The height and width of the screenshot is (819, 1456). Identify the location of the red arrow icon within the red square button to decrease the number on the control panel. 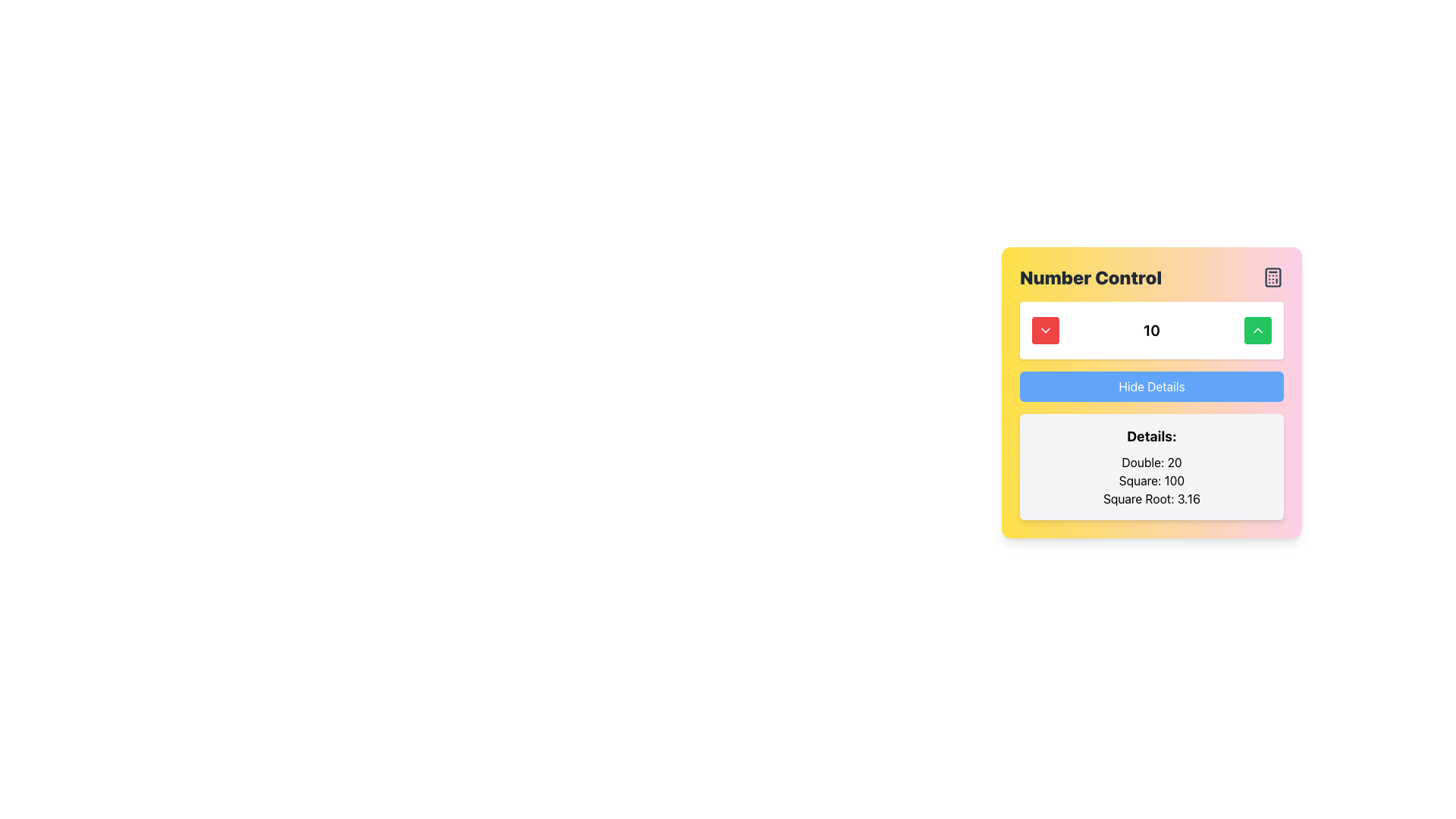
(1044, 329).